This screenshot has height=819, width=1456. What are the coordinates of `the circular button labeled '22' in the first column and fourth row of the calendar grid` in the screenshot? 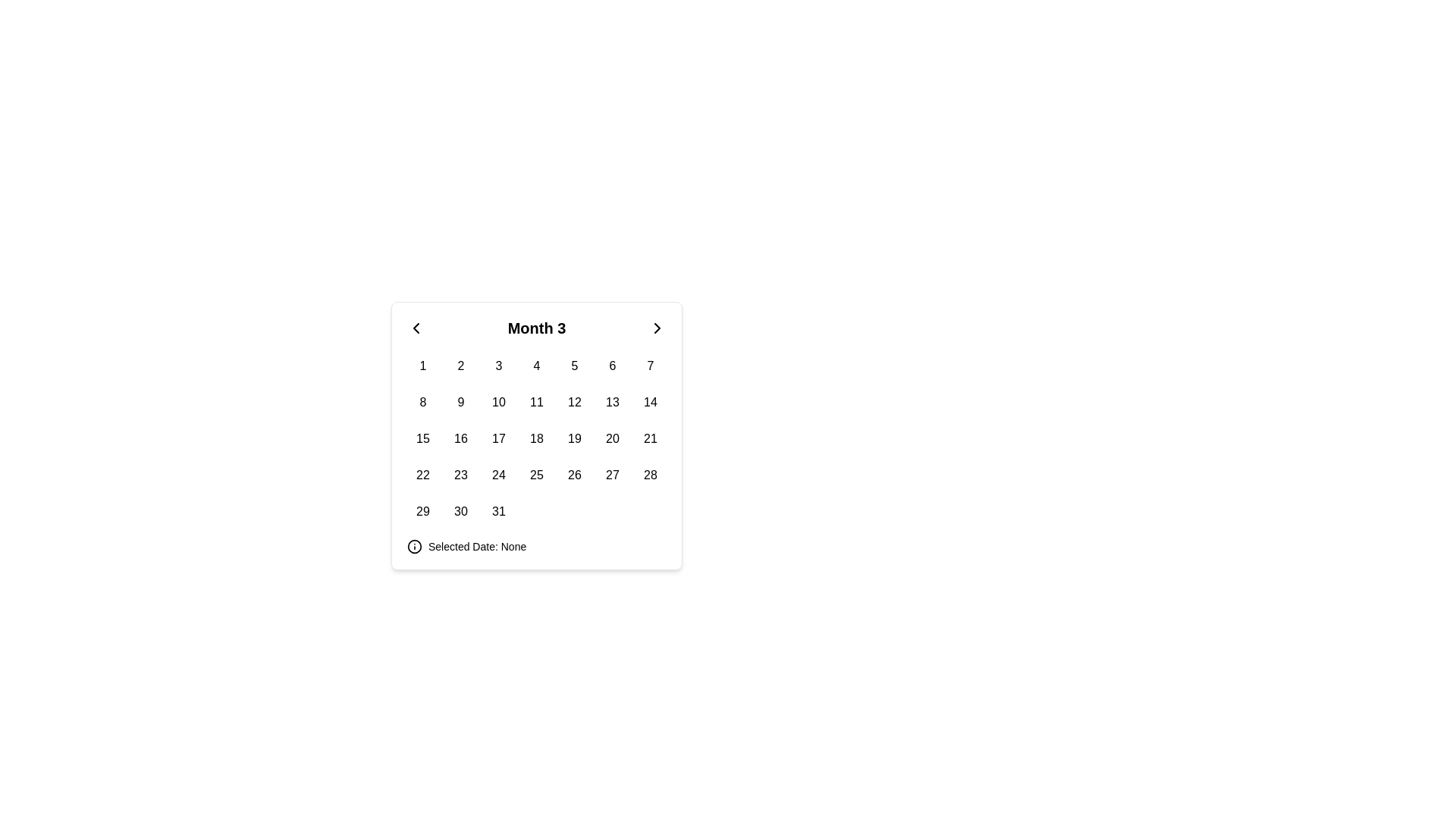 It's located at (422, 475).